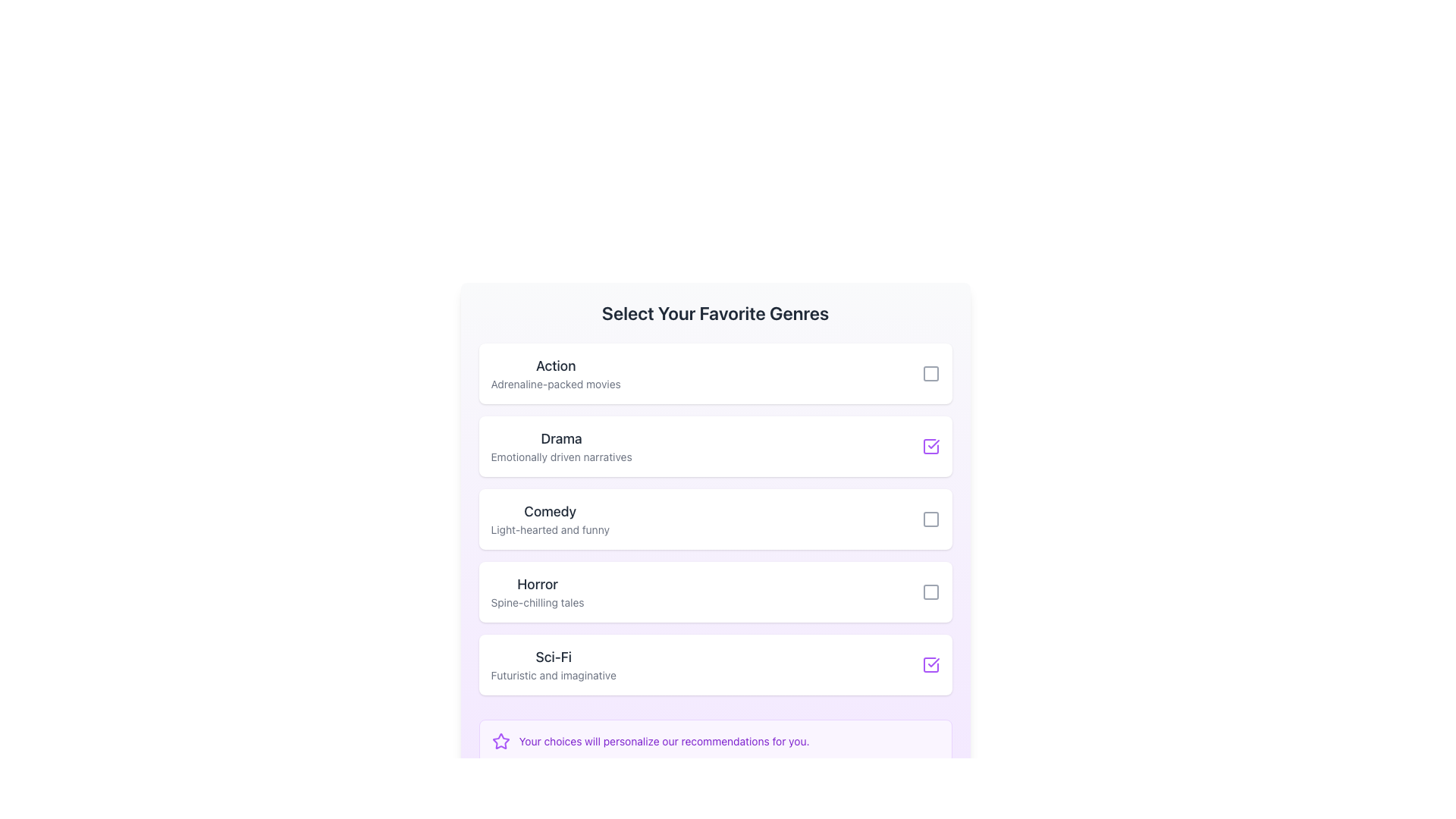 The width and height of the screenshot is (1456, 819). What do you see at coordinates (560, 446) in the screenshot?
I see `the 'Drama' genre selection option, which is the second item in the vertically arranged list of genres` at bounding box center [560, 446].